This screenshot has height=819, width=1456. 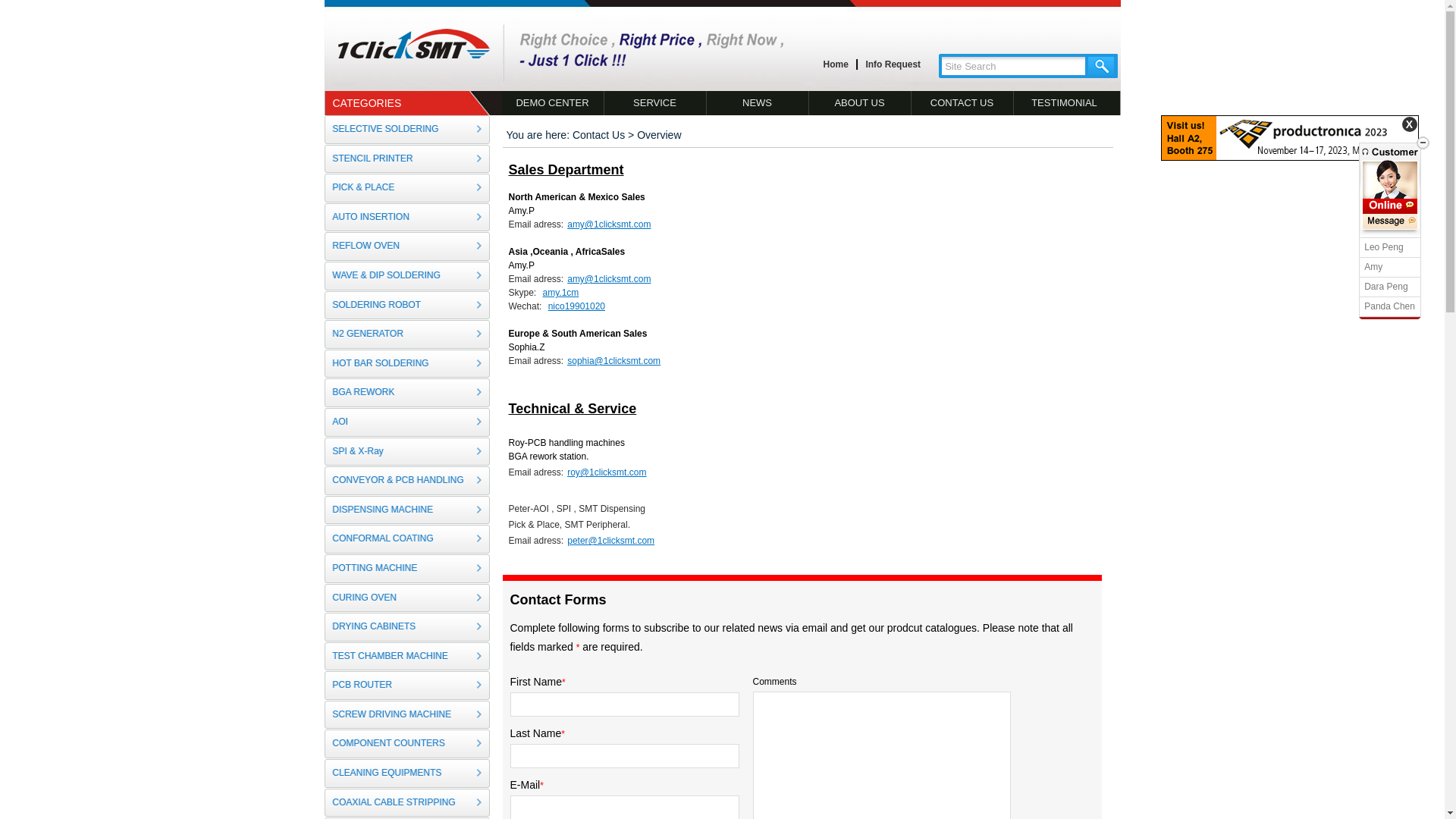 What do you see at coordinates (407, 275) in the screenshot?
I see `'WAVE & DIP SOLDERING'` at bounding box center [407, 275].